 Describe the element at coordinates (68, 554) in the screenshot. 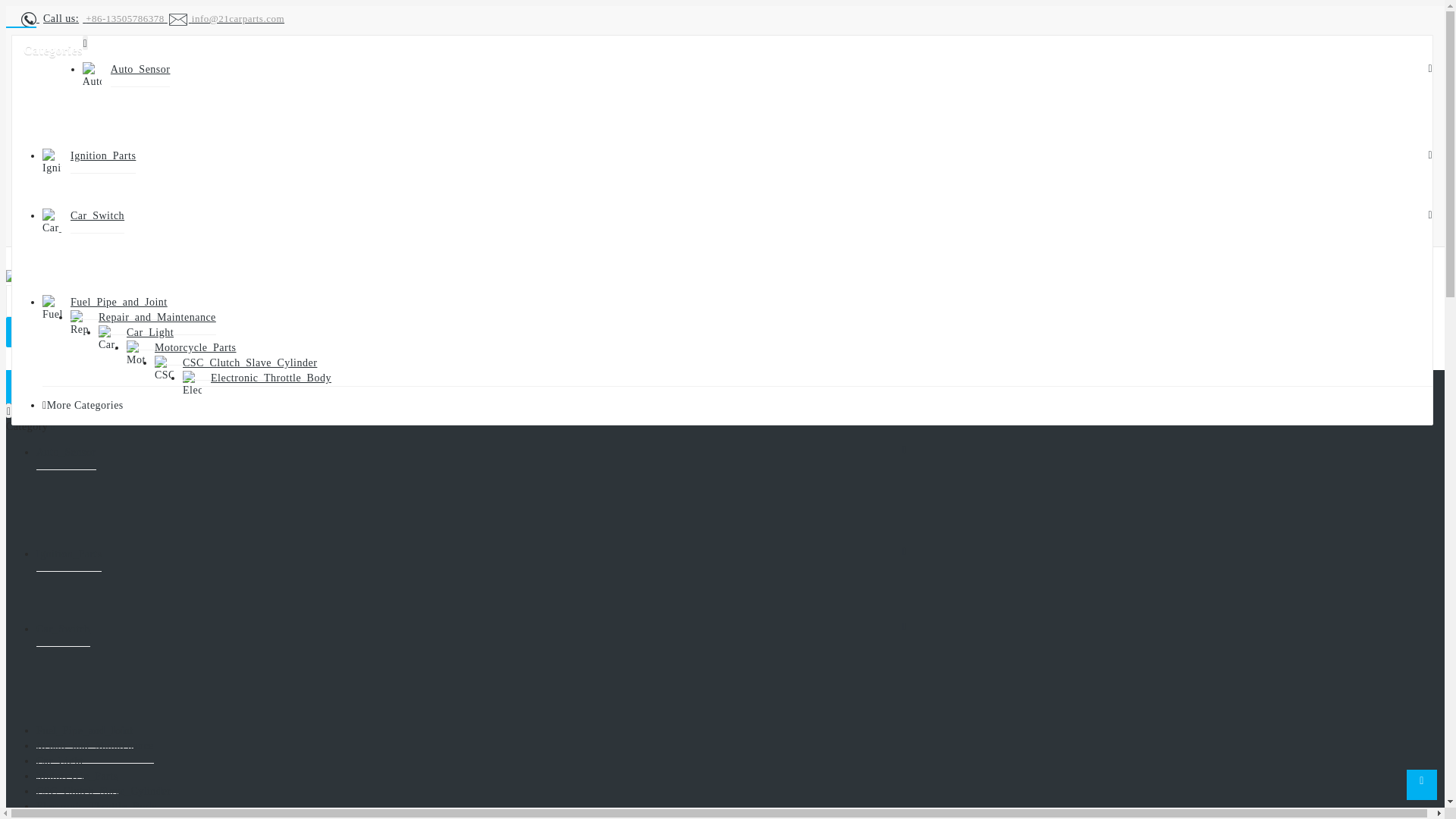

I see `'Ignition_Parts'` at that location.